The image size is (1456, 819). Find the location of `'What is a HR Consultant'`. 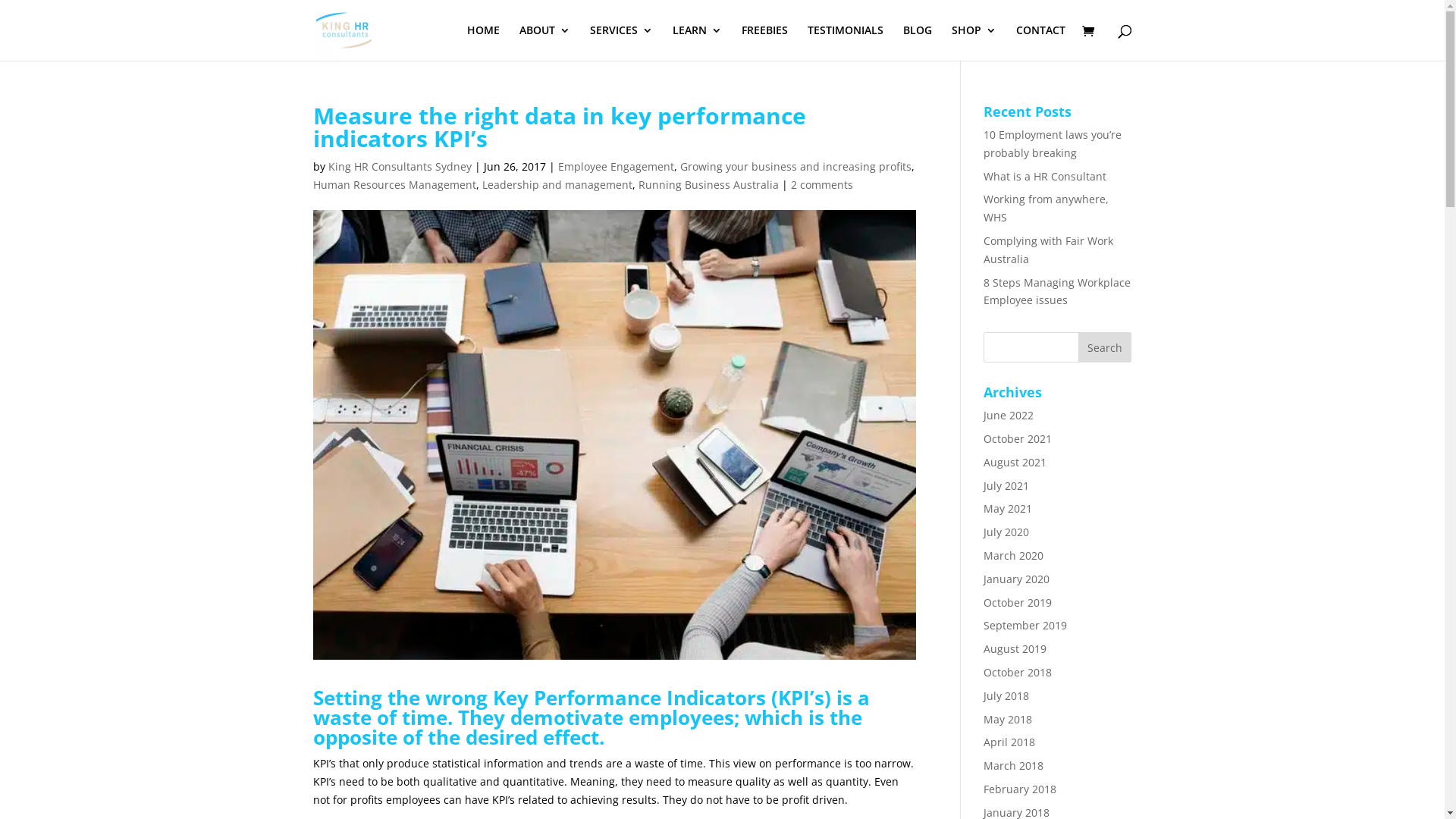

'What is a HR Consultant' is located at coordinates (1043, 175).